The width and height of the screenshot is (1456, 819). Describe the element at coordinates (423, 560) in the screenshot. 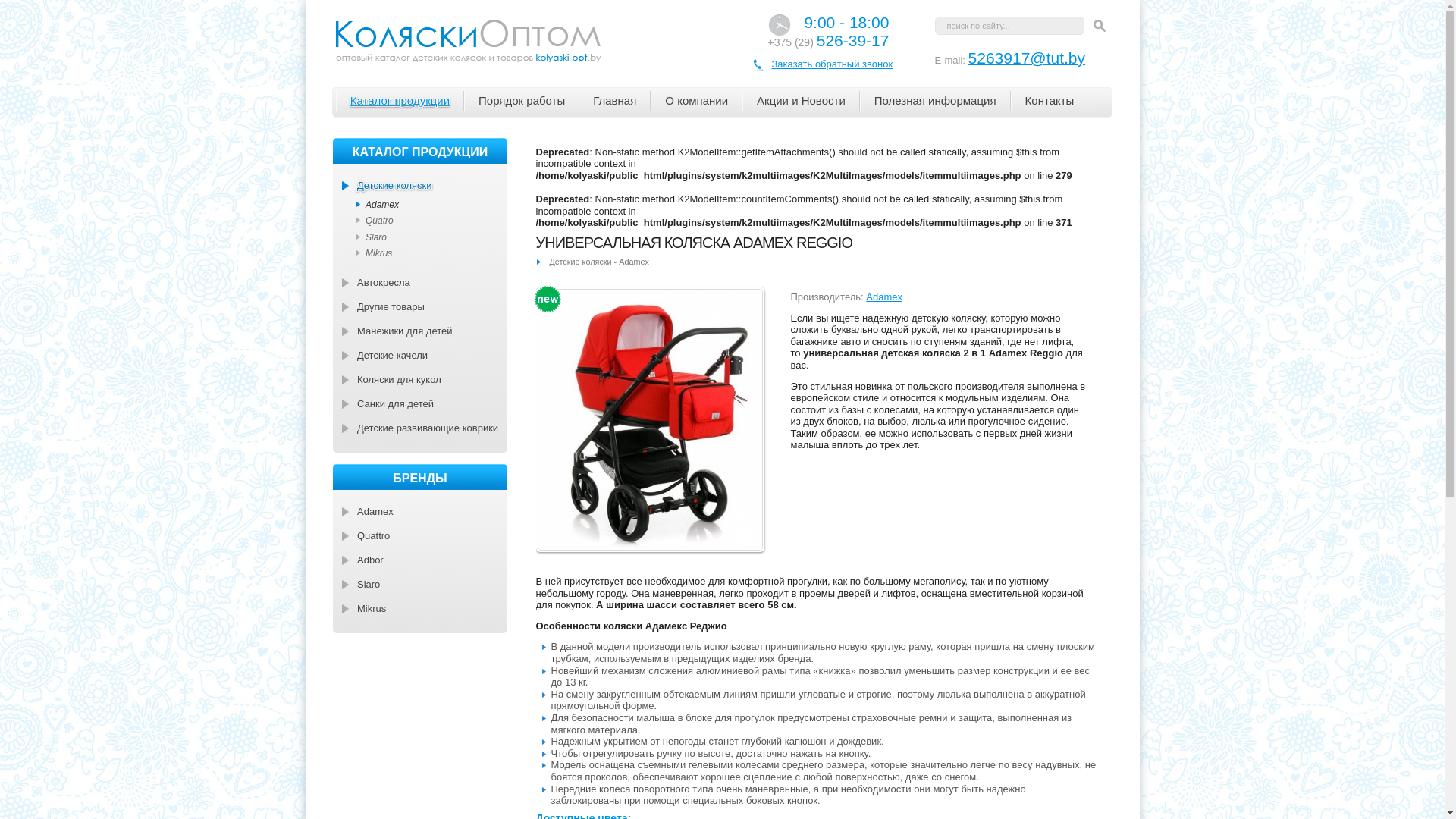

I see `'Adbor'` at that location.